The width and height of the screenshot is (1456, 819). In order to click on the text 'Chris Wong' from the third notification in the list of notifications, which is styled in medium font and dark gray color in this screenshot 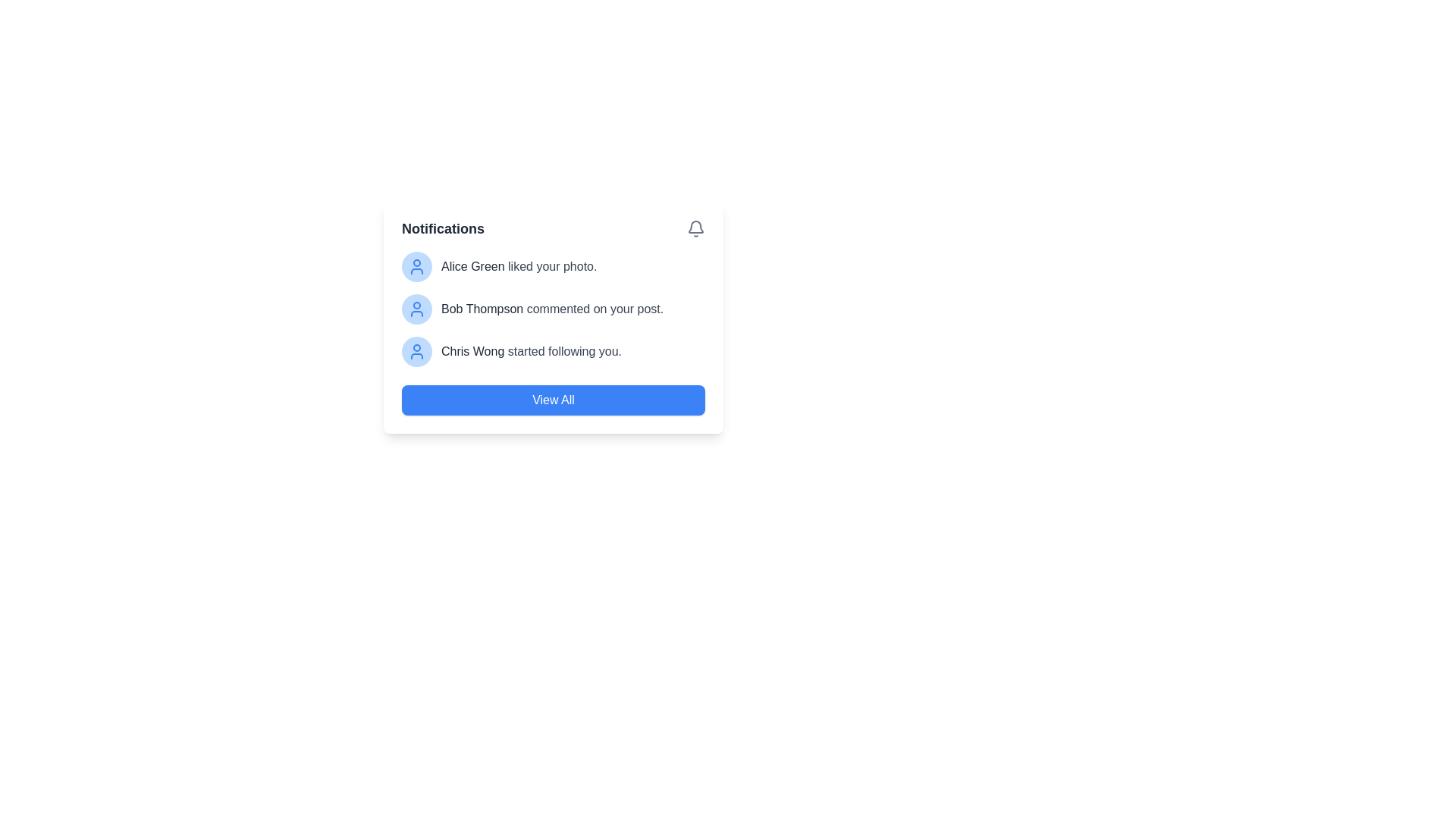, I will do `click(472, 351)`.